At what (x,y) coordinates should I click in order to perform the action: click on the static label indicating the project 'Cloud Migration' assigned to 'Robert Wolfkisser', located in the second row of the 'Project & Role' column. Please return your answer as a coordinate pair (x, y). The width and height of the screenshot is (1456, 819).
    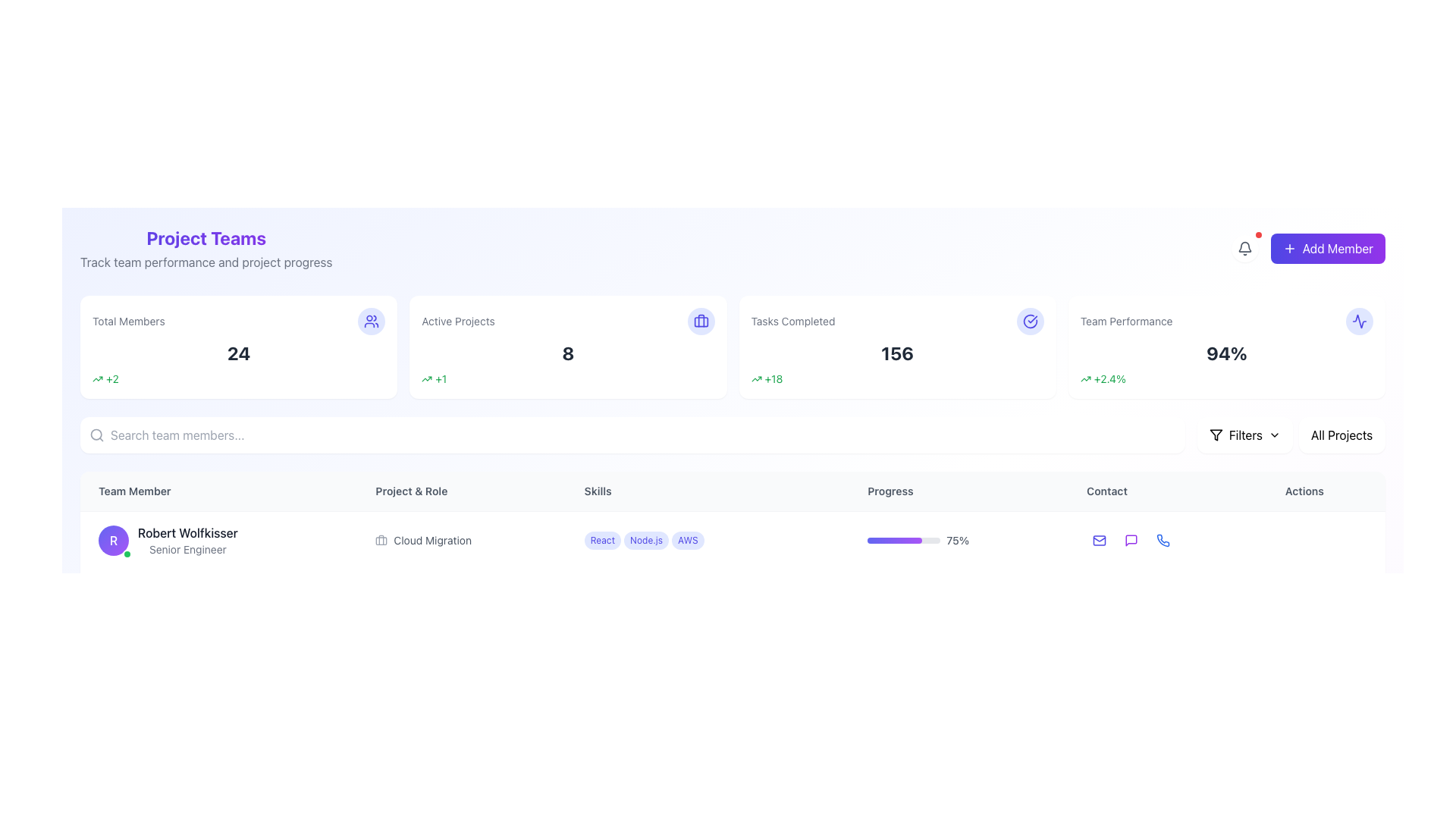
    Looking at the image, I should click on (461, 540).